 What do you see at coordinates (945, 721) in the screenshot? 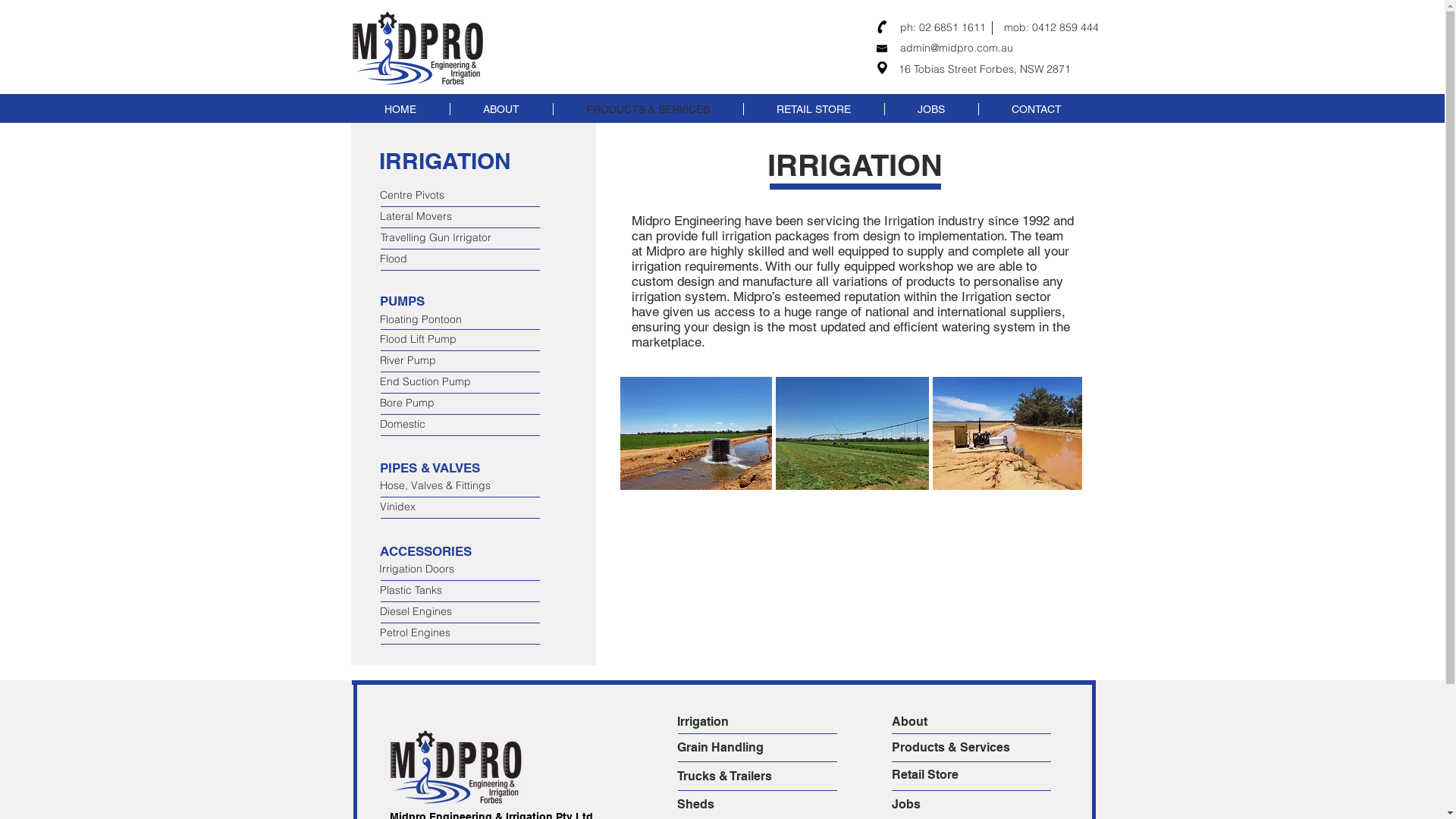
I see `'About'` at bounding box center [945, 721].